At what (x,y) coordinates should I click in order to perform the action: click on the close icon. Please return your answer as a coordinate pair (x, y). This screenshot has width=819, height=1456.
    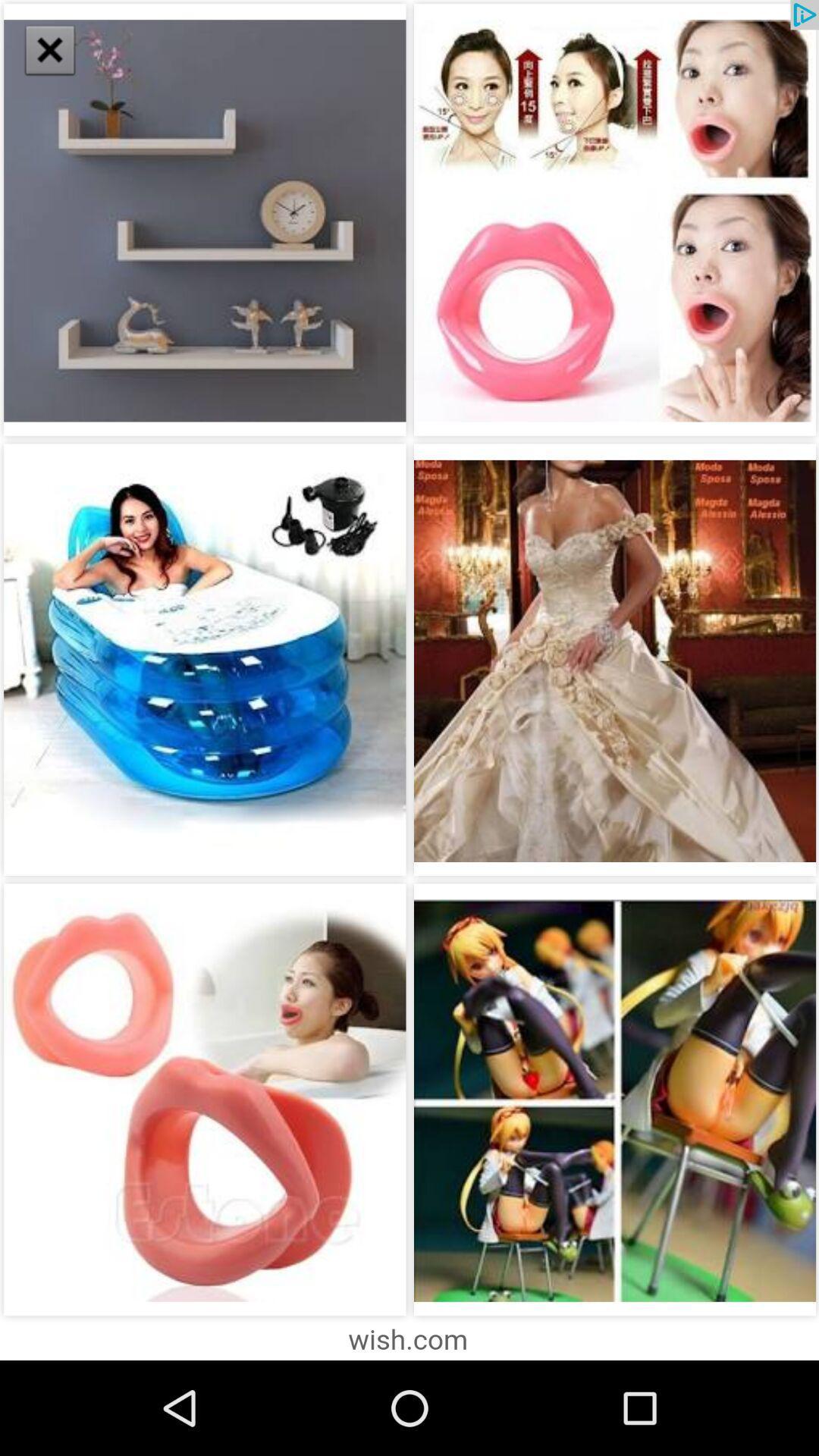
    Looking at the image, I should click on (42, 42).